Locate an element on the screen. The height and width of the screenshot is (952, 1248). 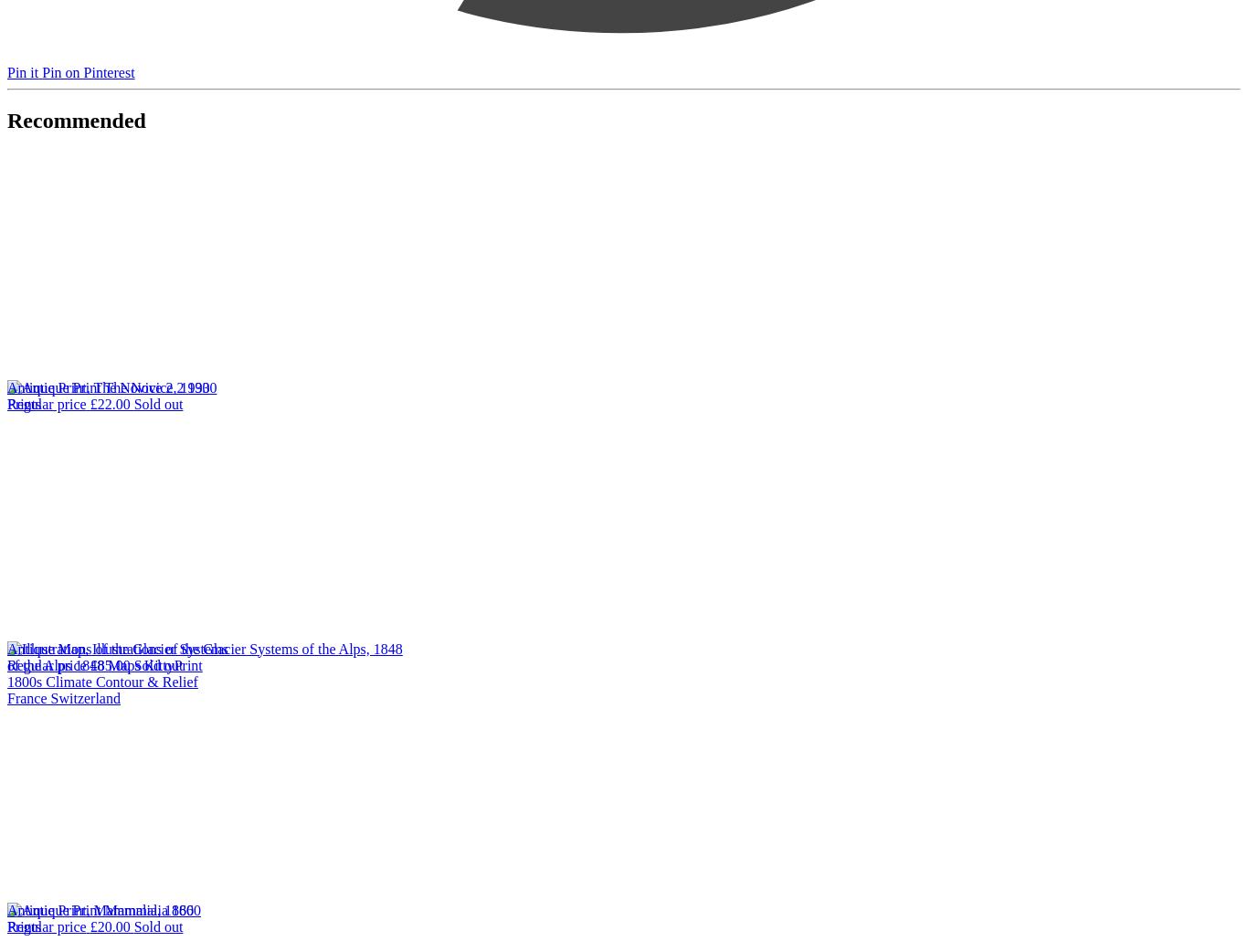
'Pin it' is located at coordinates (22, 70).